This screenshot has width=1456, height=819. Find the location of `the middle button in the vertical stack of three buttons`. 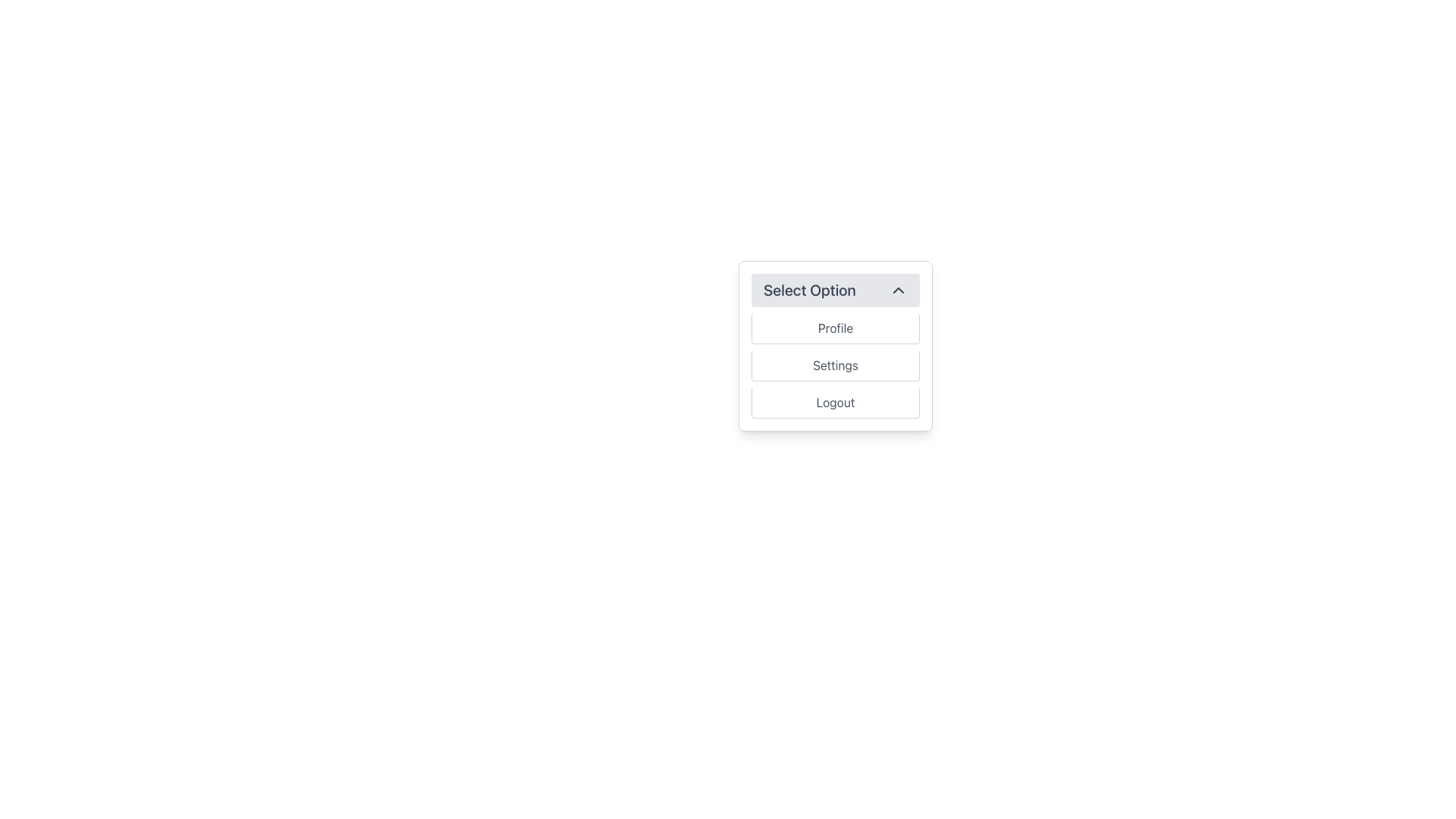

the middle button in the vertical stack of three buttons is located at coordinates (835, 366).